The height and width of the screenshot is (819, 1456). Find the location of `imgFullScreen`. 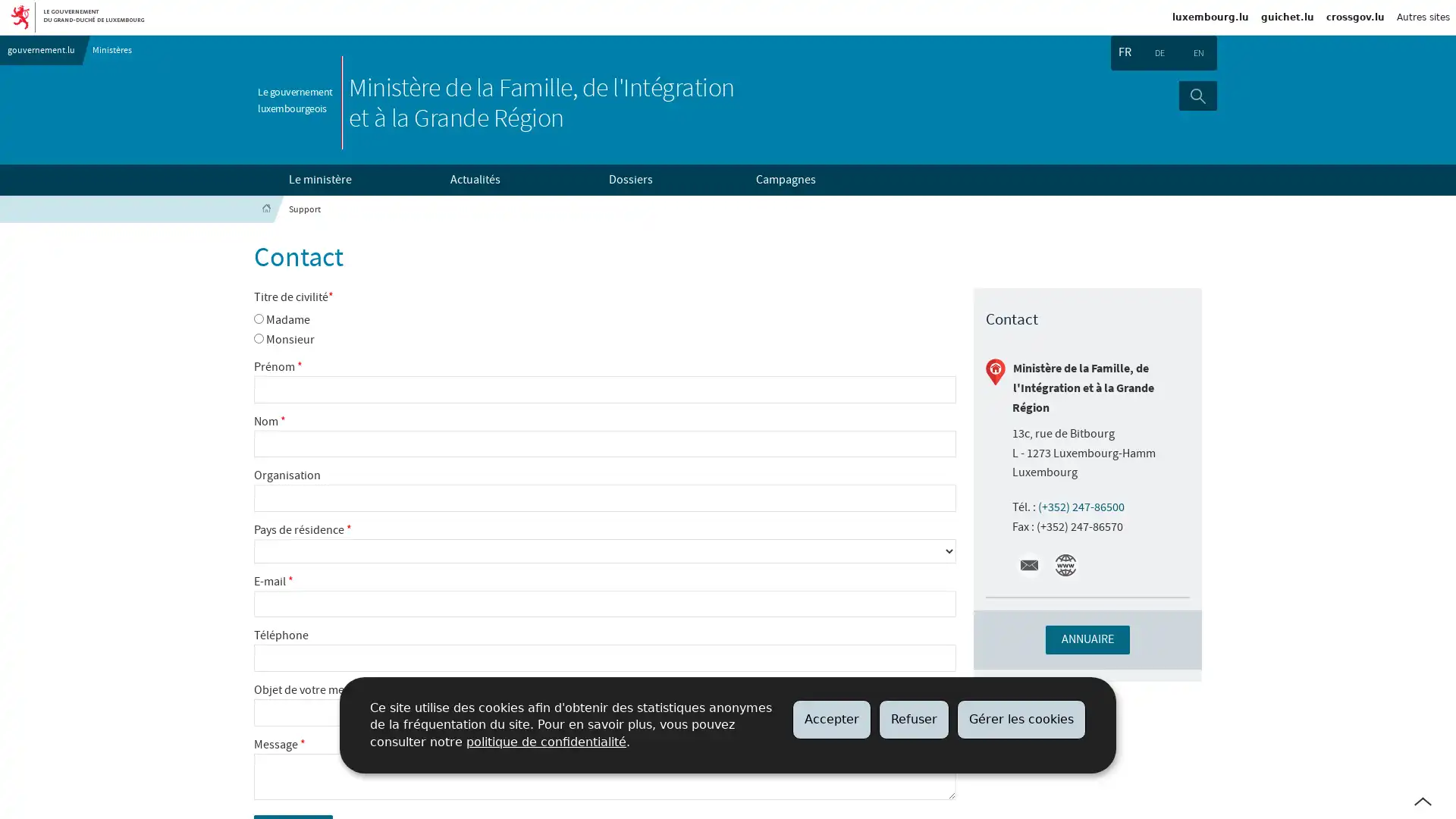

imgFullScreen is located at coordinates (1160, 624).